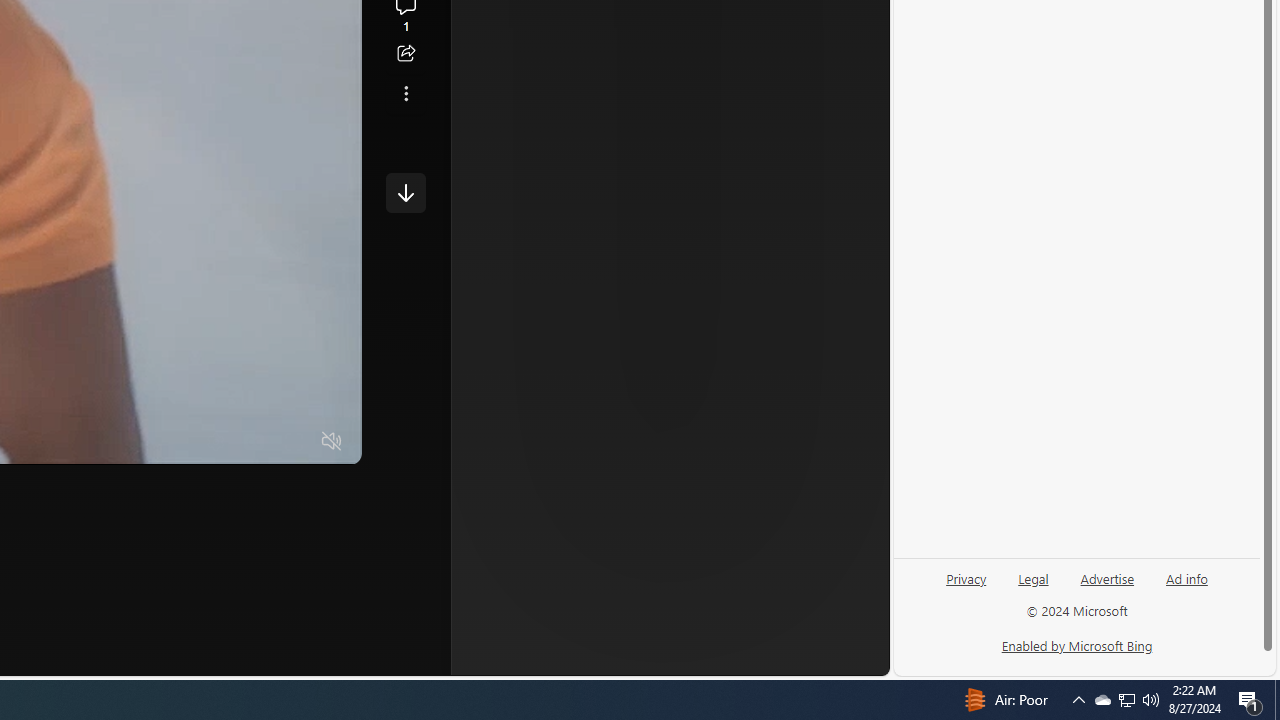  Describe the element at coordinates (967, 585) in the screenshot. I see `'Privacy'` at that location.